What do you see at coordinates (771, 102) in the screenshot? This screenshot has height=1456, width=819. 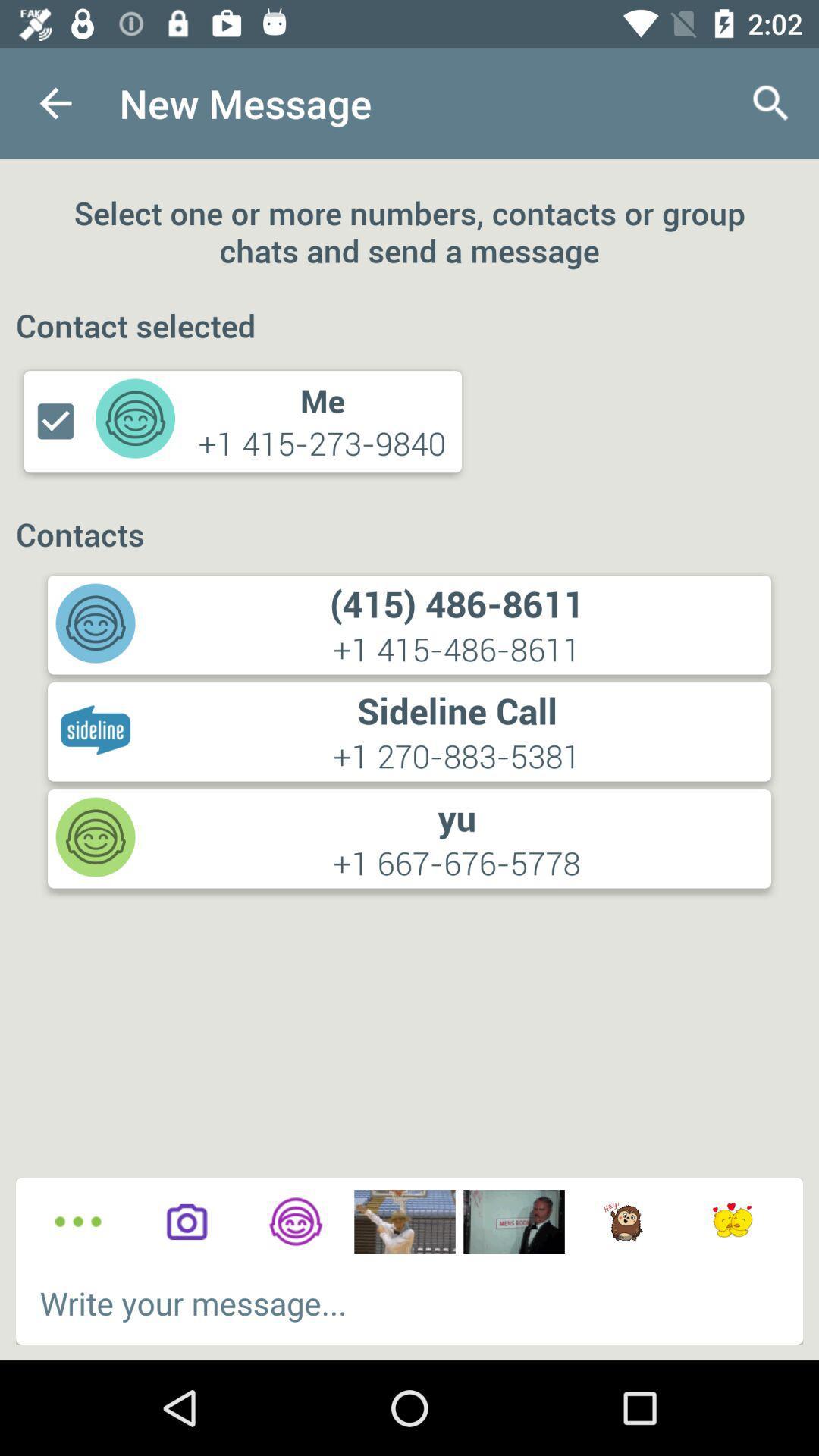 I see `app to the right of new message app` at bounding box center [771, 102].